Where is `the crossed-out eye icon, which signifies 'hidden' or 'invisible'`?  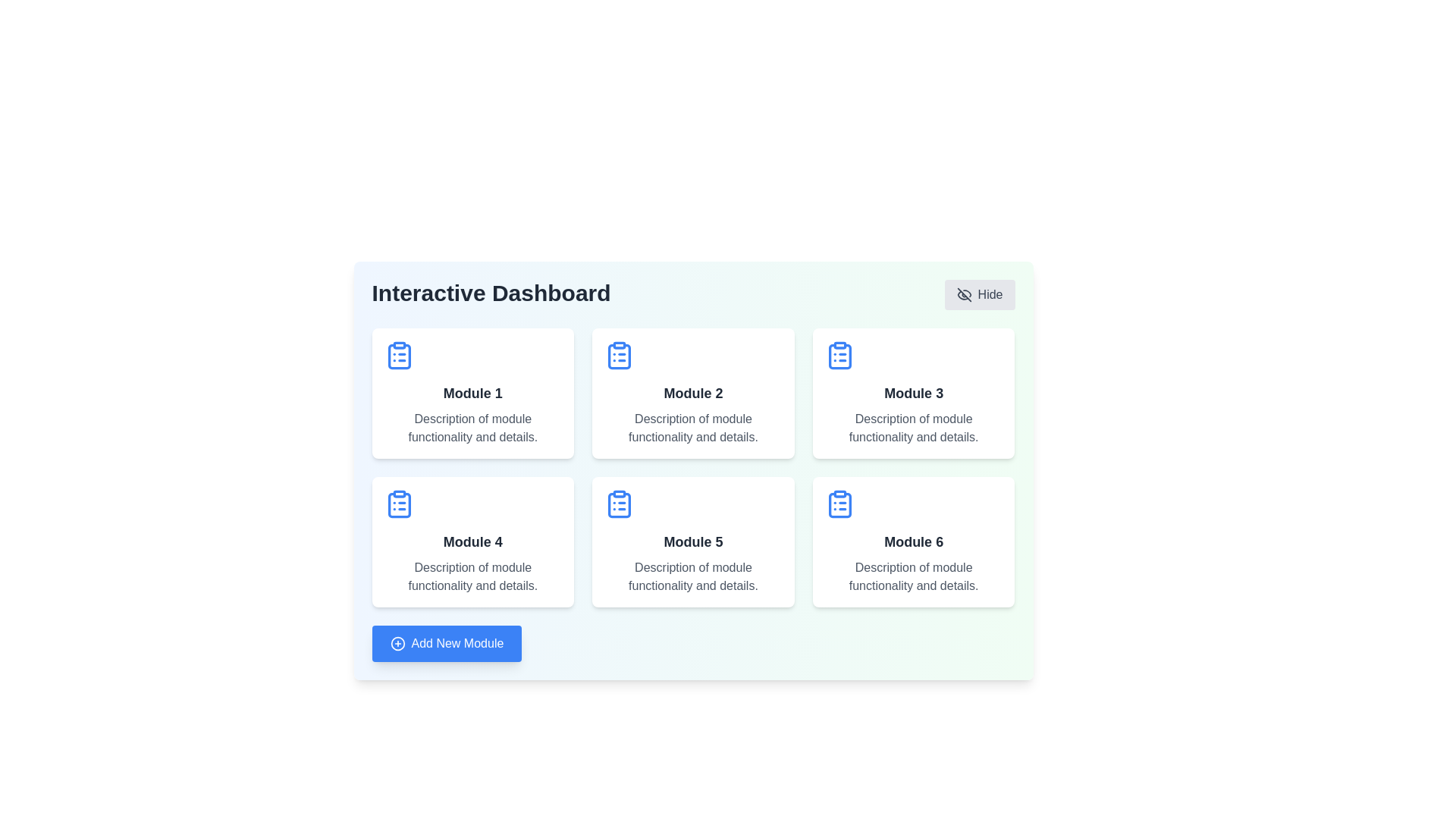
the crossed-out eye icon, which signifies 'hidden' or 'invisible' is located at coordinates (963, 295).